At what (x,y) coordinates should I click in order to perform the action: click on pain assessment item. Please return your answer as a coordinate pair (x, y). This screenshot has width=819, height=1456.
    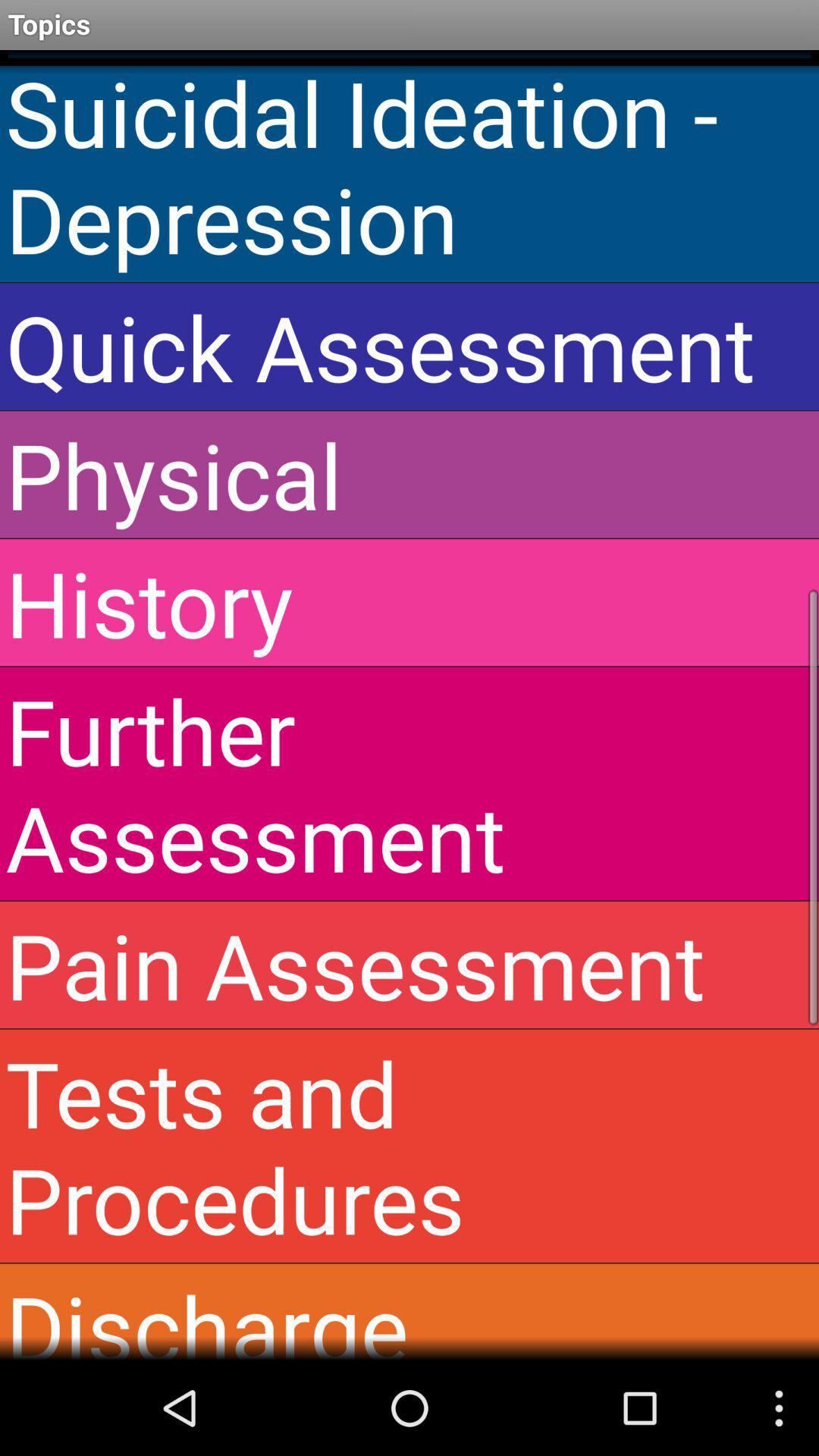
    Looking at the image, I should click on (409, 964).